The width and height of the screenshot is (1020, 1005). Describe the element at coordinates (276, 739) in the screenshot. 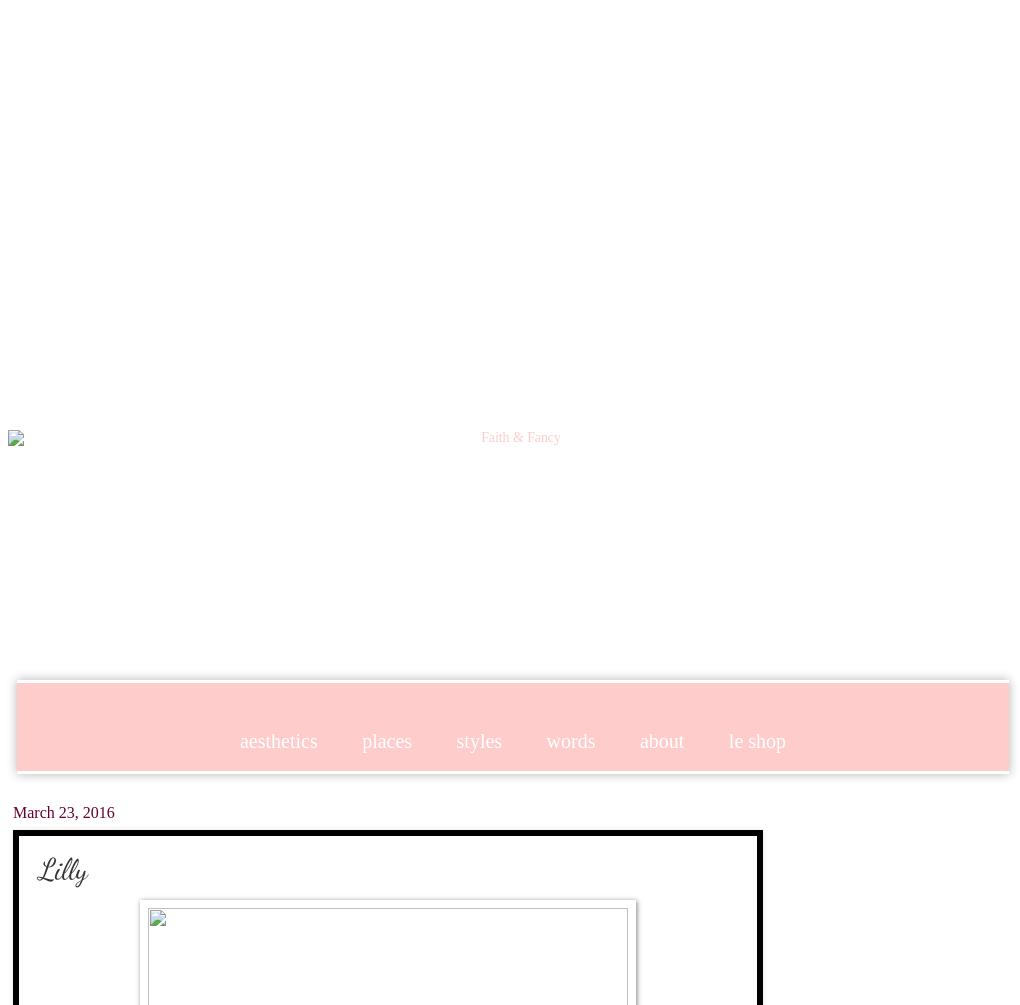

I see `'aesthetics'` at that location.